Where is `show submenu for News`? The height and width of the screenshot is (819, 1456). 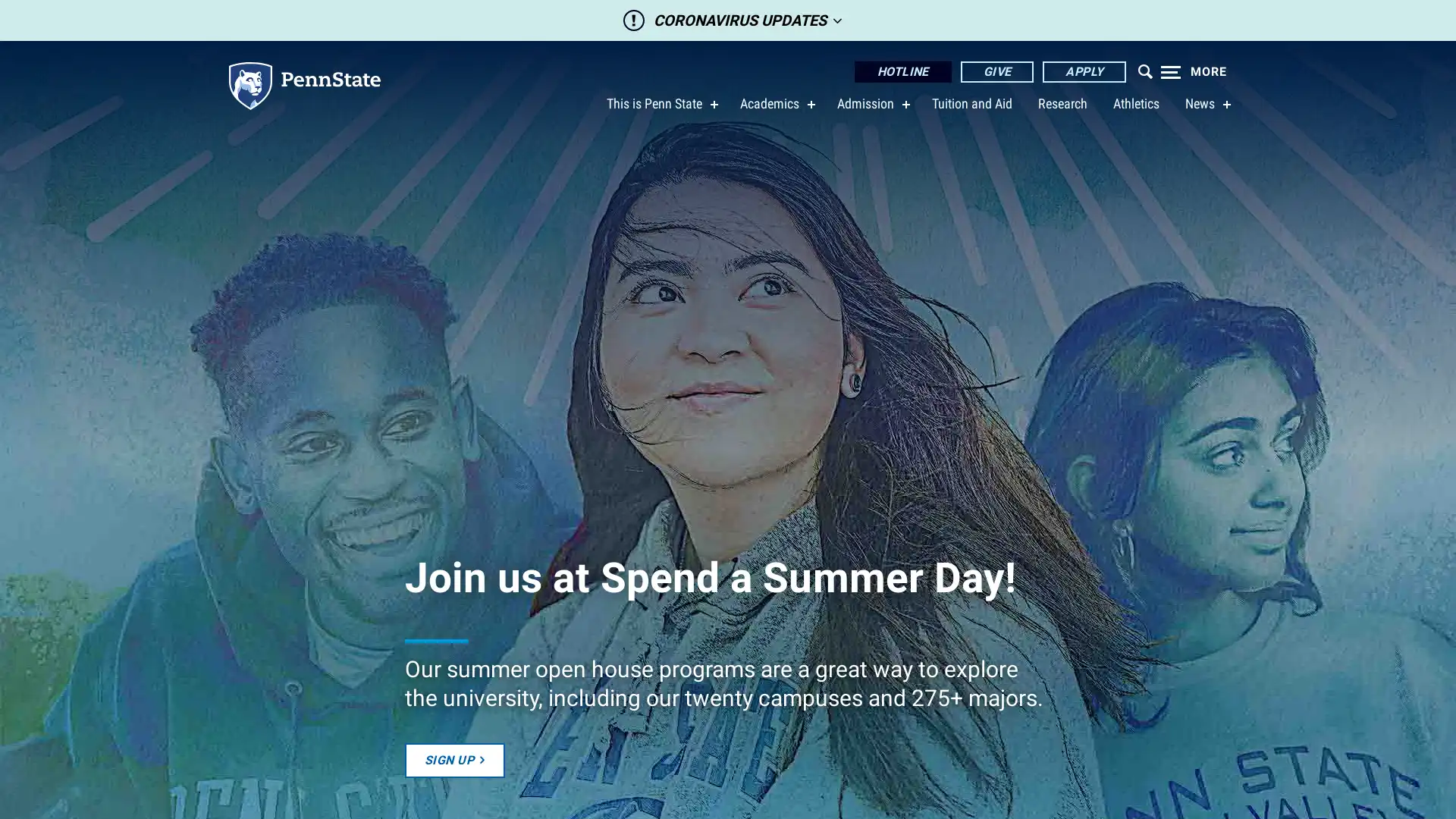
show submenu for News is located at coordinates (1220, 104).